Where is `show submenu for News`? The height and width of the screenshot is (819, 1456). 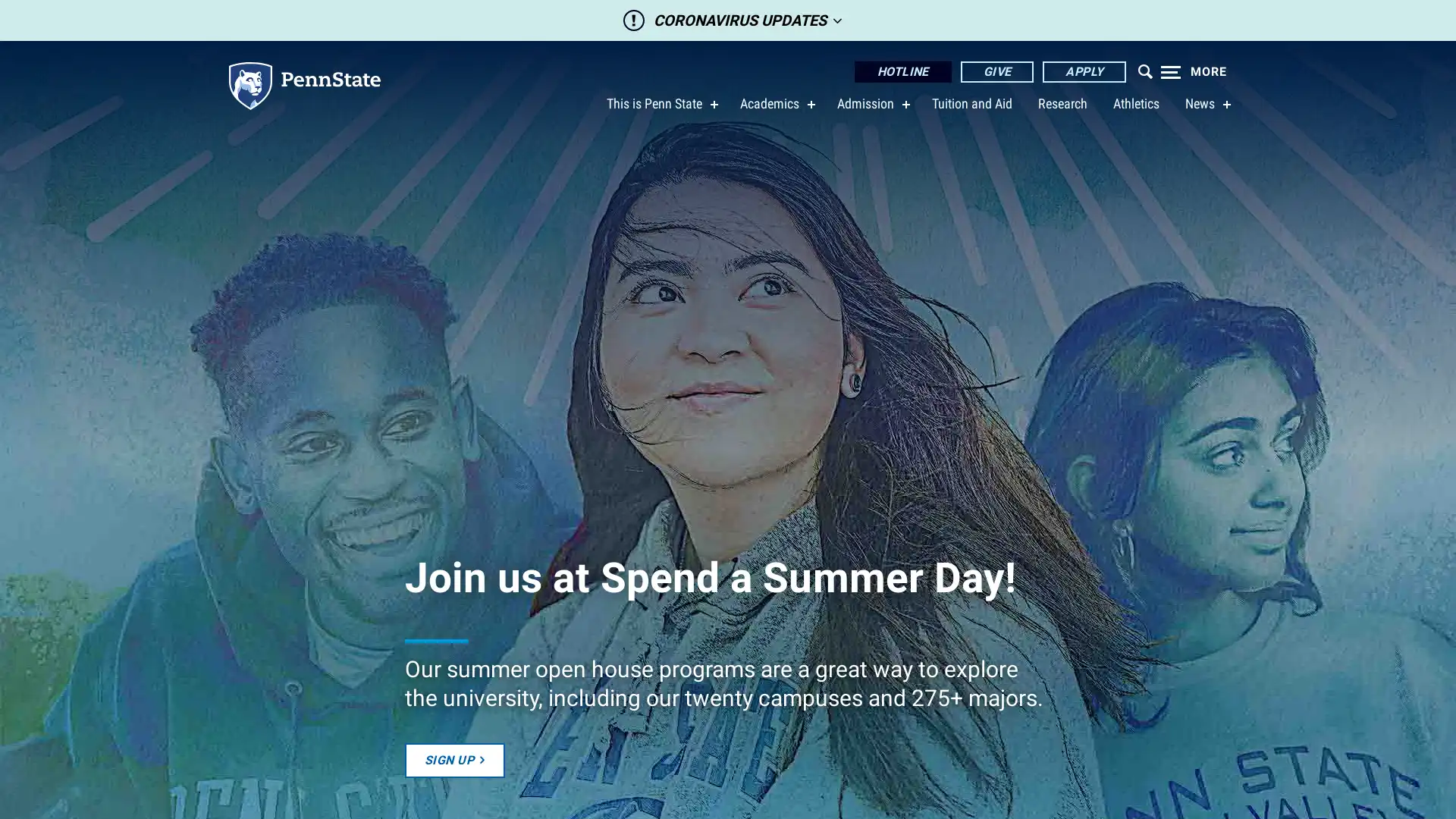
show submenu for News is located at coordinates (1220, 104).